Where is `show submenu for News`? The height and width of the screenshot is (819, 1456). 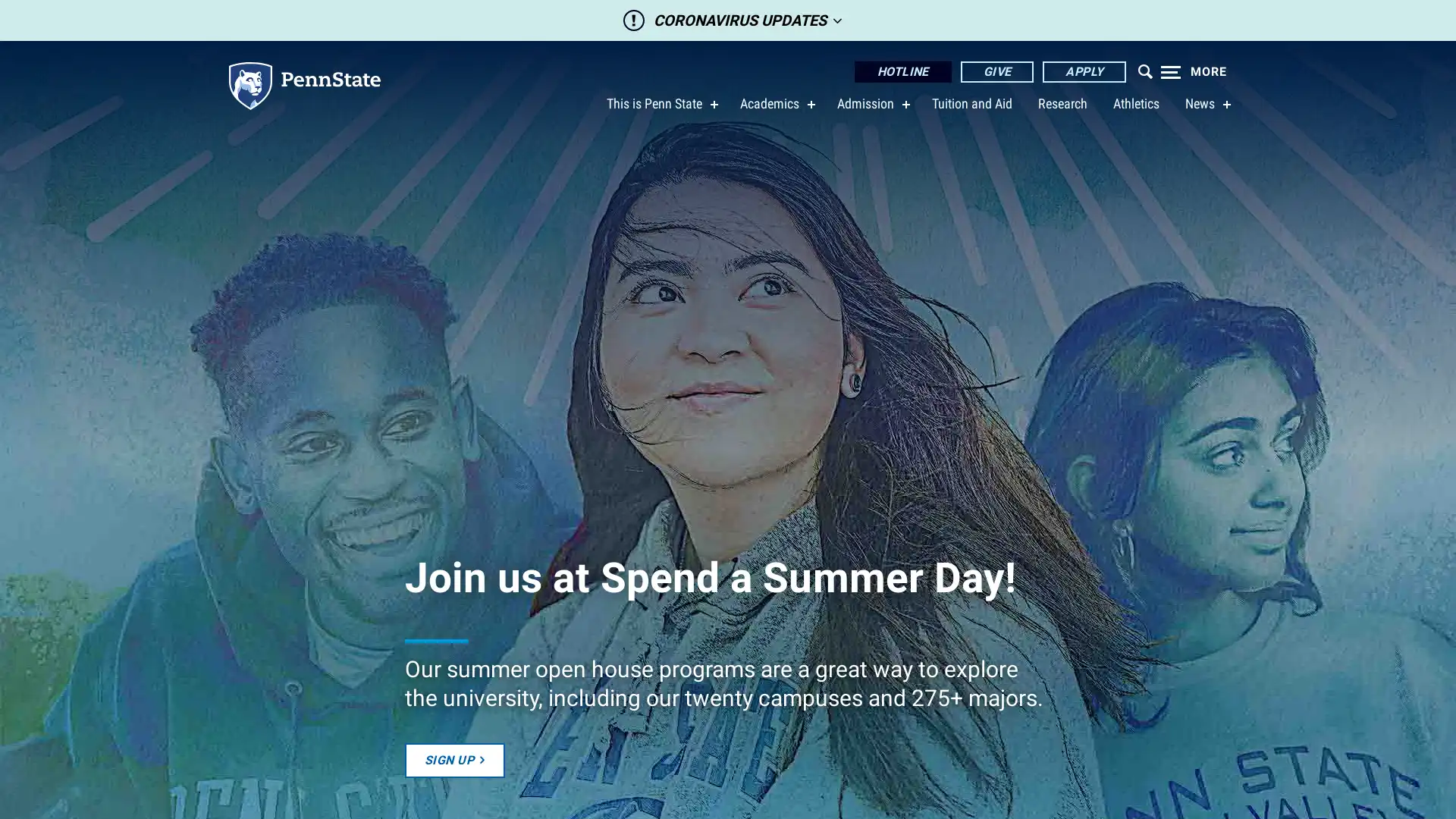
show submenu for News is located at coordinates (1220, 104).